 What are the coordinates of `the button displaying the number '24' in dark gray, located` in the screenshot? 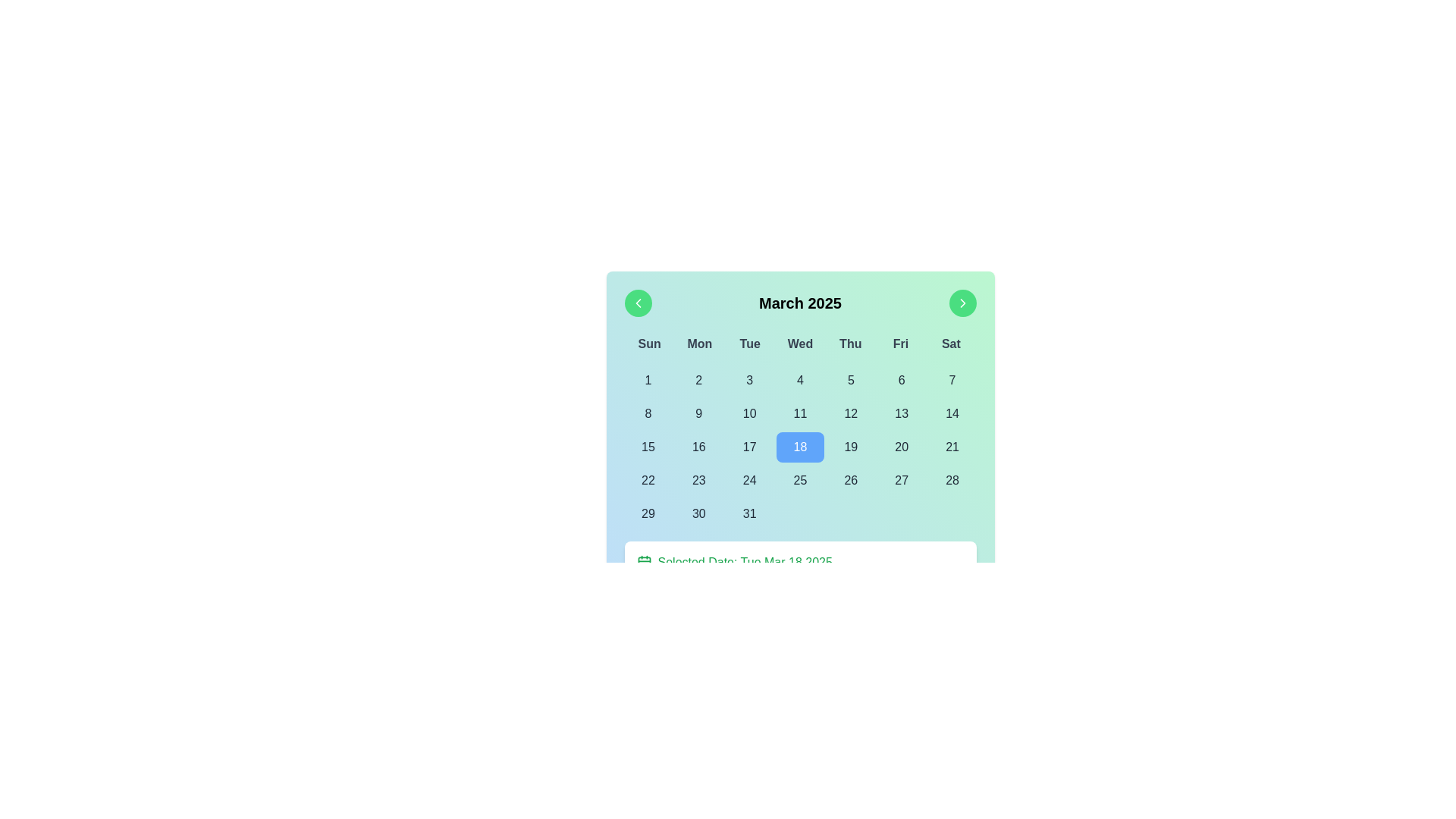 It's located at (749, 480).